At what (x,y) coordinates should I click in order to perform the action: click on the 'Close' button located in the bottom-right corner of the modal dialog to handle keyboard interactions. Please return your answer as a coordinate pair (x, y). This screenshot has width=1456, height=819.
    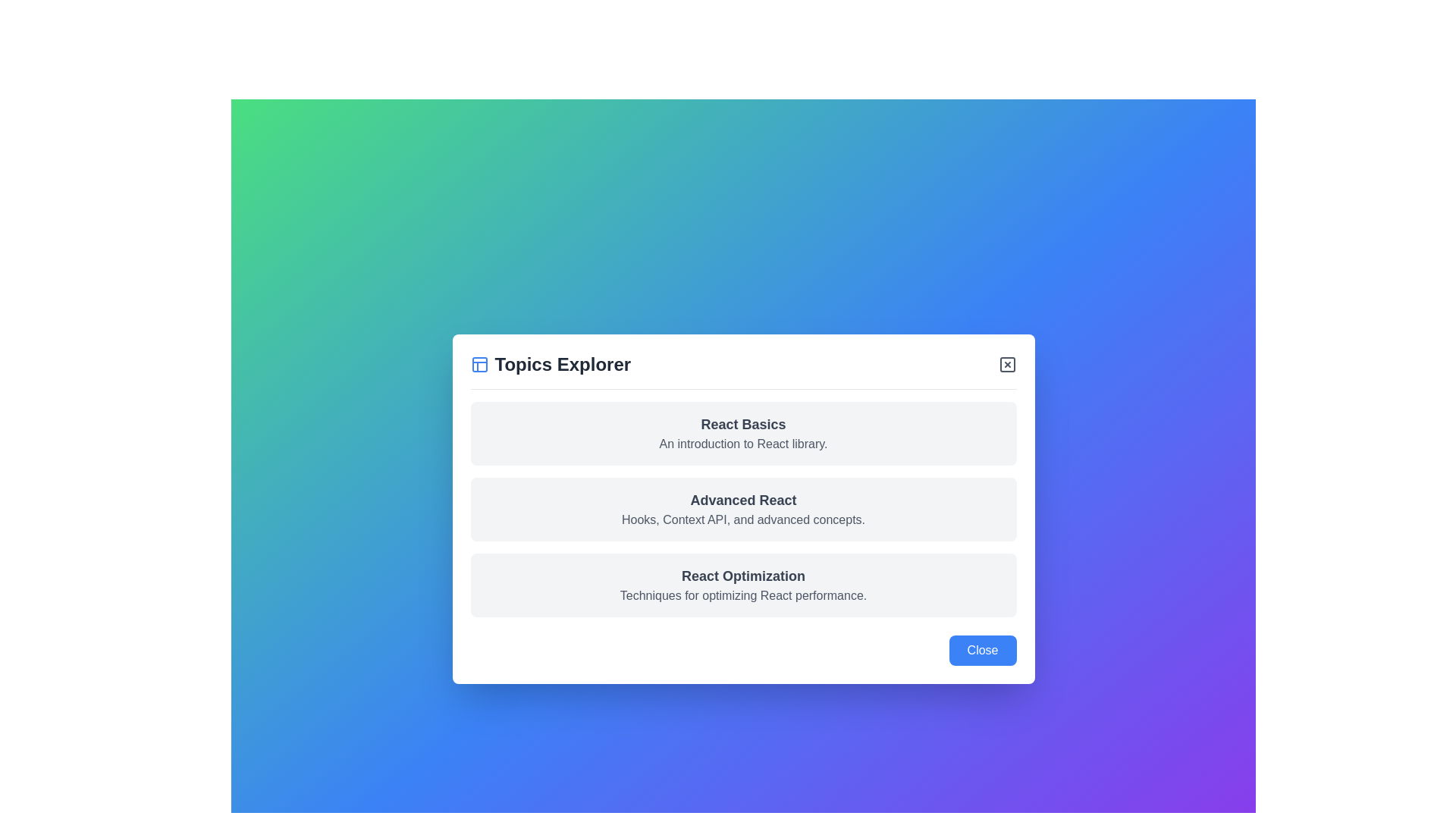
    Looking at the image, I should click on (983, 649).